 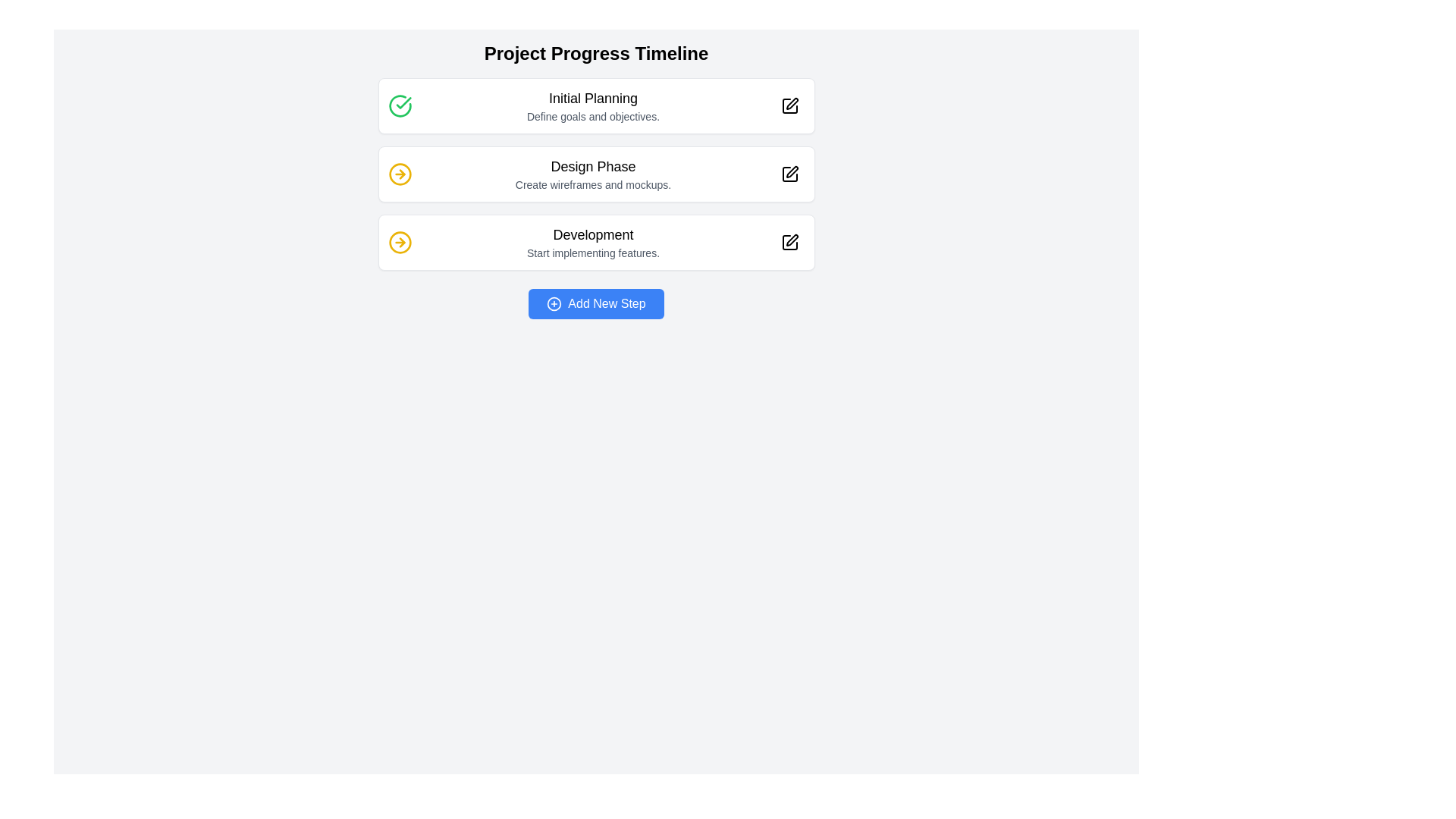 I want to click on text label that describes the 'Design Phase' step in the project timeline, which is centrally aligned in the second card of the vertical stack of step cards, so click(x=592, y=174).